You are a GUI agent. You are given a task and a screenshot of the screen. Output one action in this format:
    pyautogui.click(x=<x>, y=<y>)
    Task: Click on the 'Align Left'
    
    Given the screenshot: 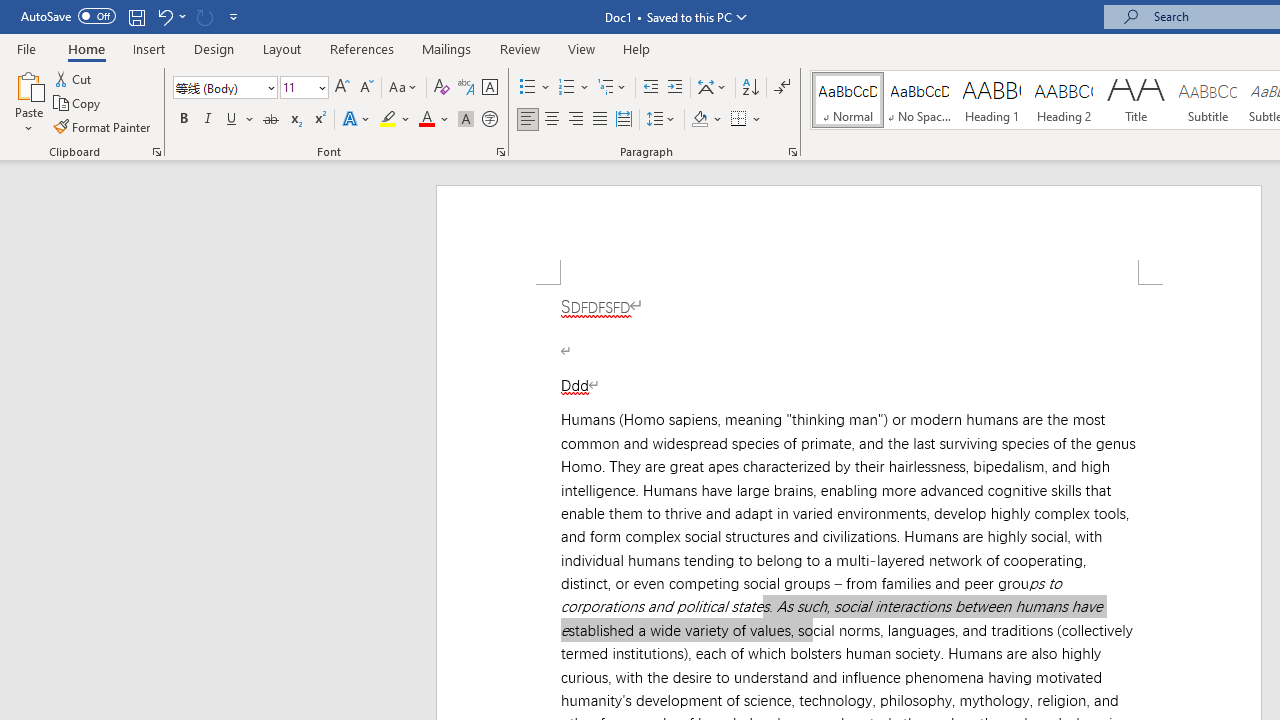 What is the action you would take?
    pyautogui.click(x=528, y=119)
    